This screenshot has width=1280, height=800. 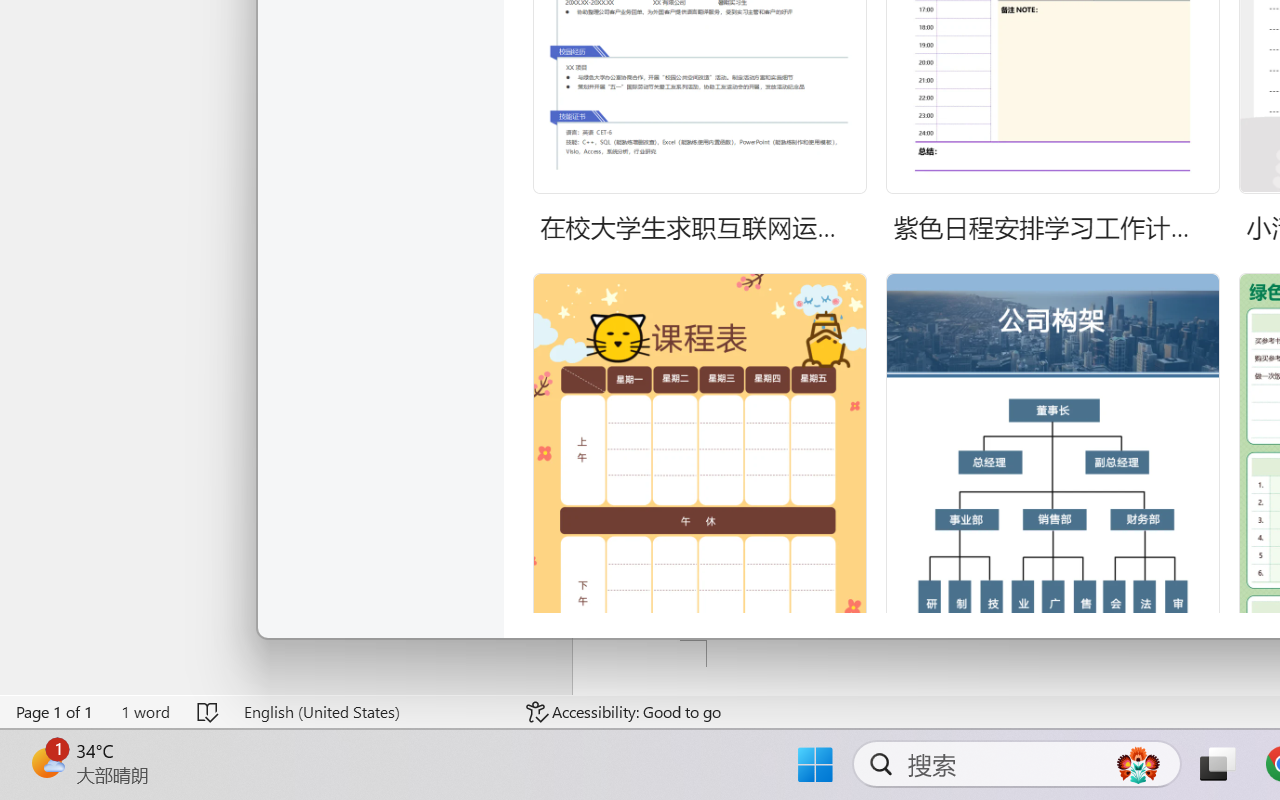 I want to click on 'Language English (United States)', so click(x=371, y=711).